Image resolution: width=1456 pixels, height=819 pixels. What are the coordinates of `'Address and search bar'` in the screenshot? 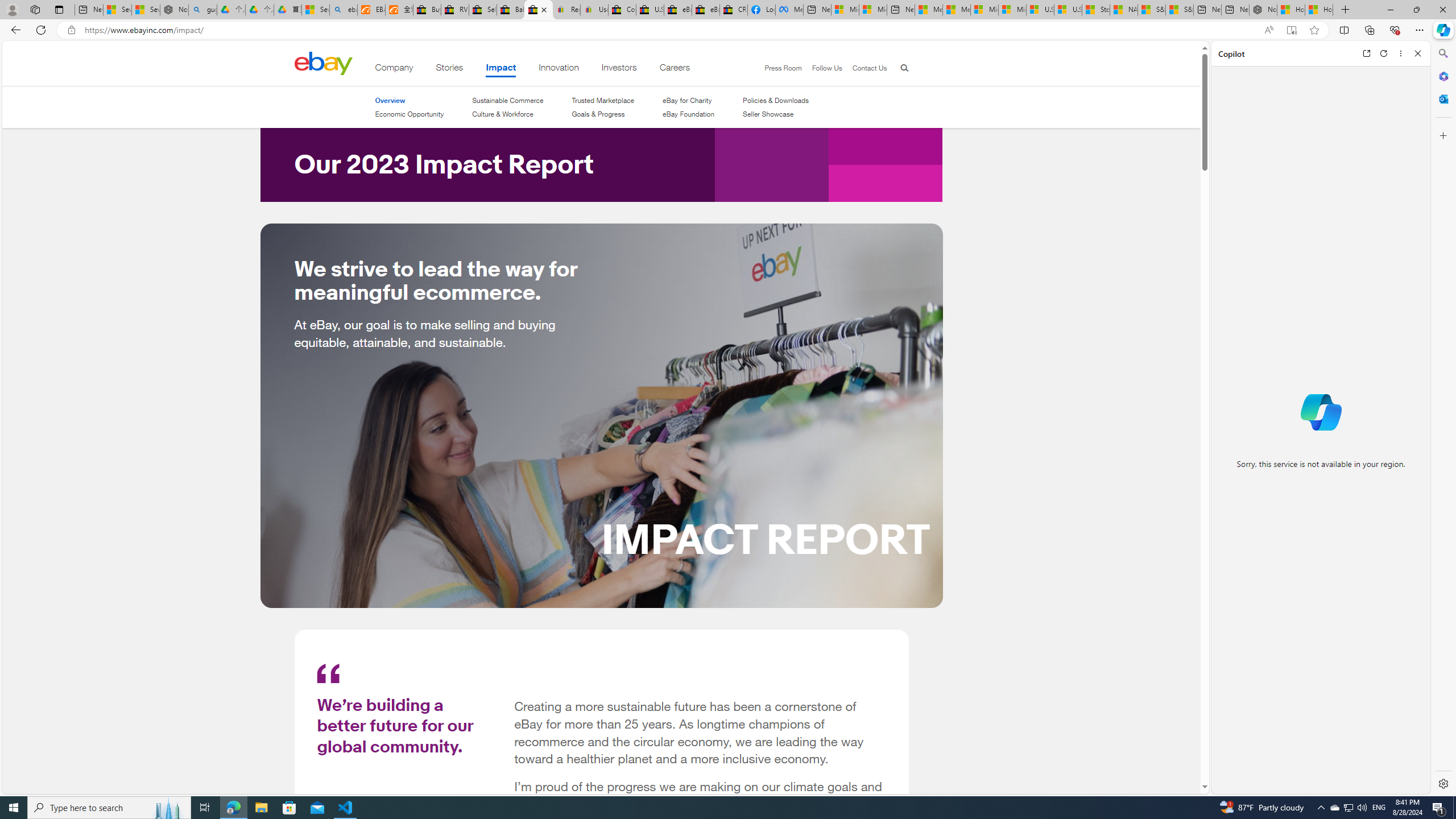 It's located at (669, 30).